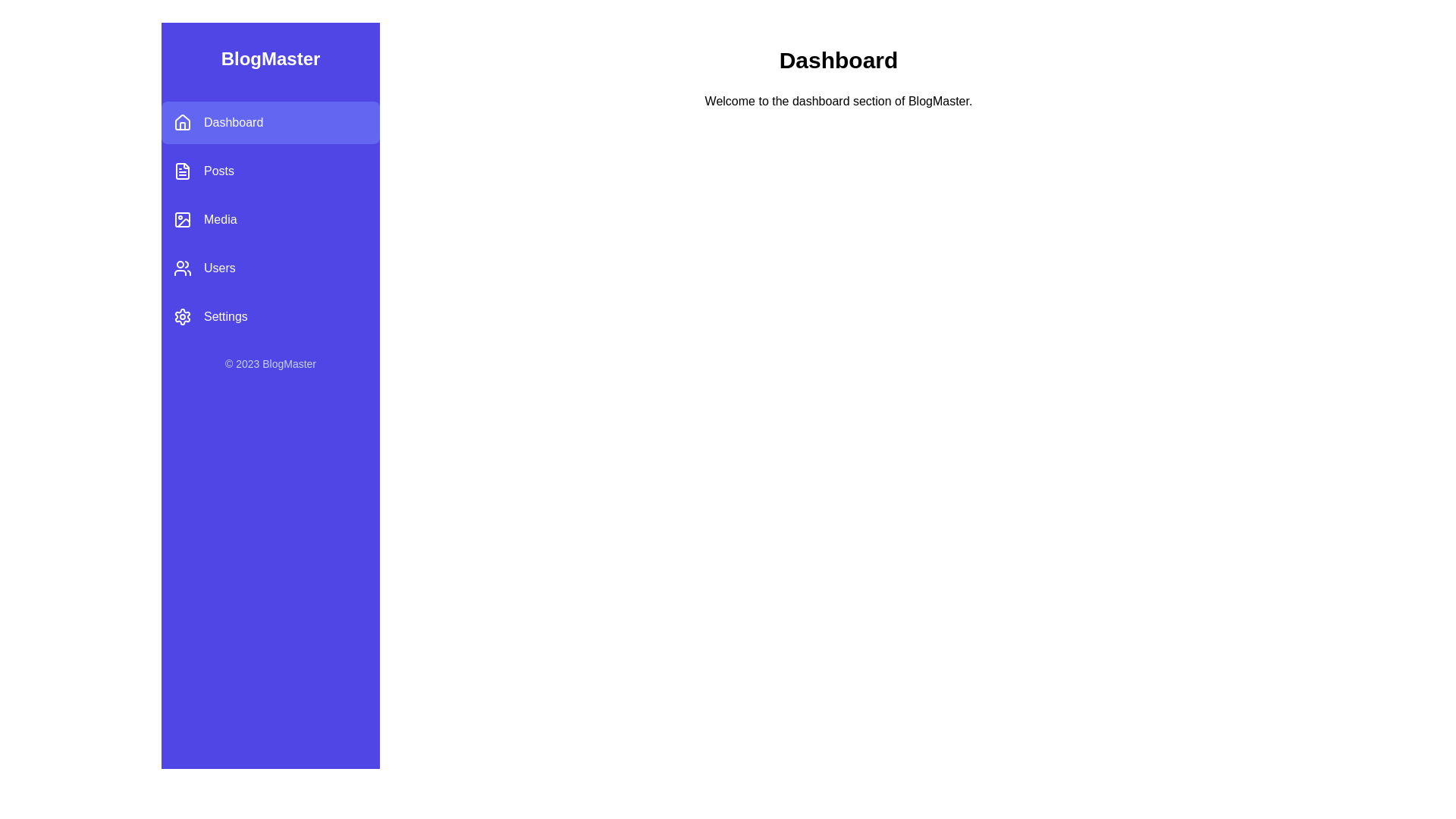 This screenshot has width=1456, height=819. I want to click on the 'Users' navigation link located in the vertical menu on the left side of the interface, which is the fourth item in the menu, so click(270, 268).